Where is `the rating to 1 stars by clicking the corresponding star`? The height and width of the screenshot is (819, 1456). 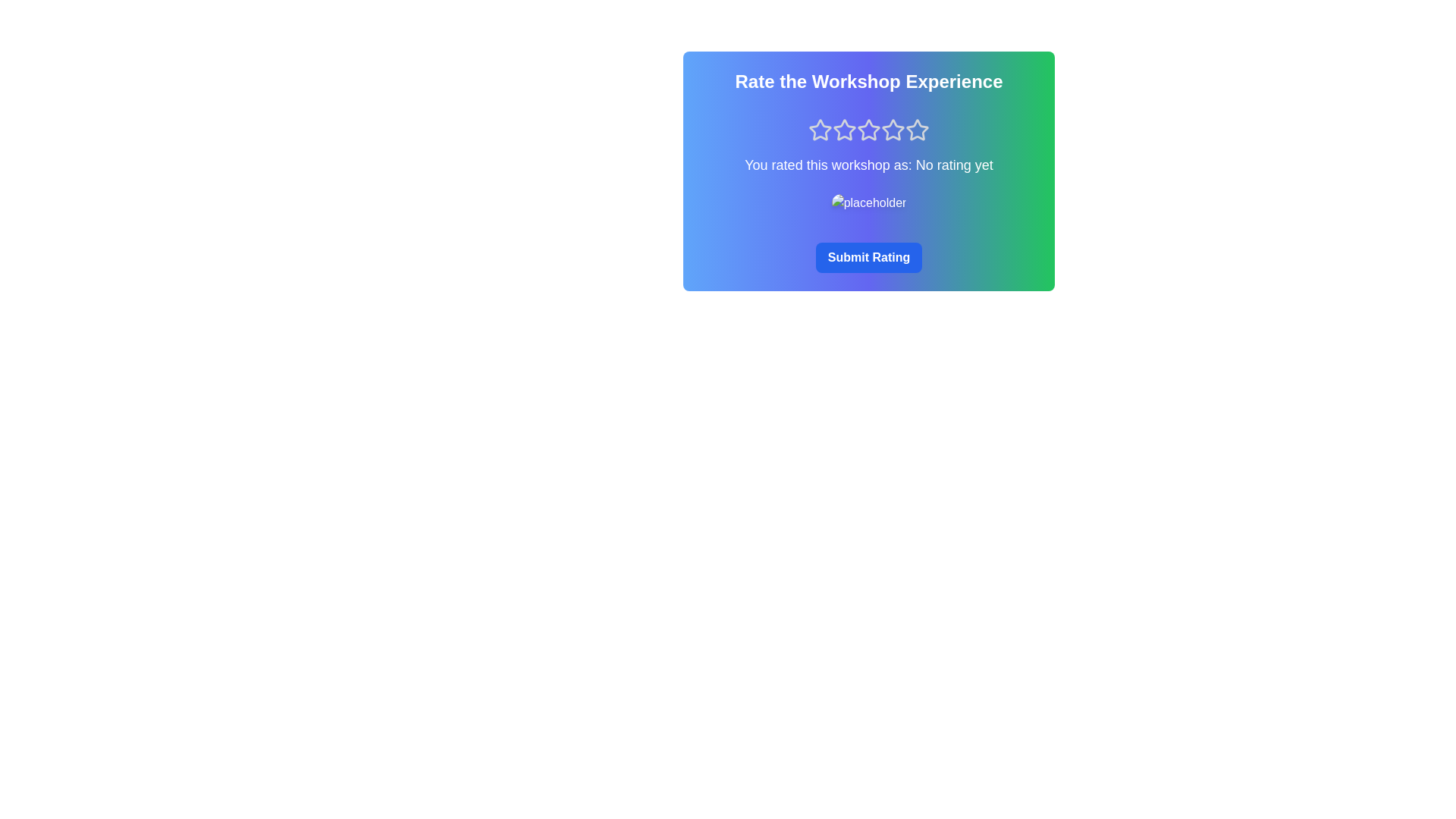 the rating to 1 stars by clicking the corresponding star is located at coordinates (819, 130).